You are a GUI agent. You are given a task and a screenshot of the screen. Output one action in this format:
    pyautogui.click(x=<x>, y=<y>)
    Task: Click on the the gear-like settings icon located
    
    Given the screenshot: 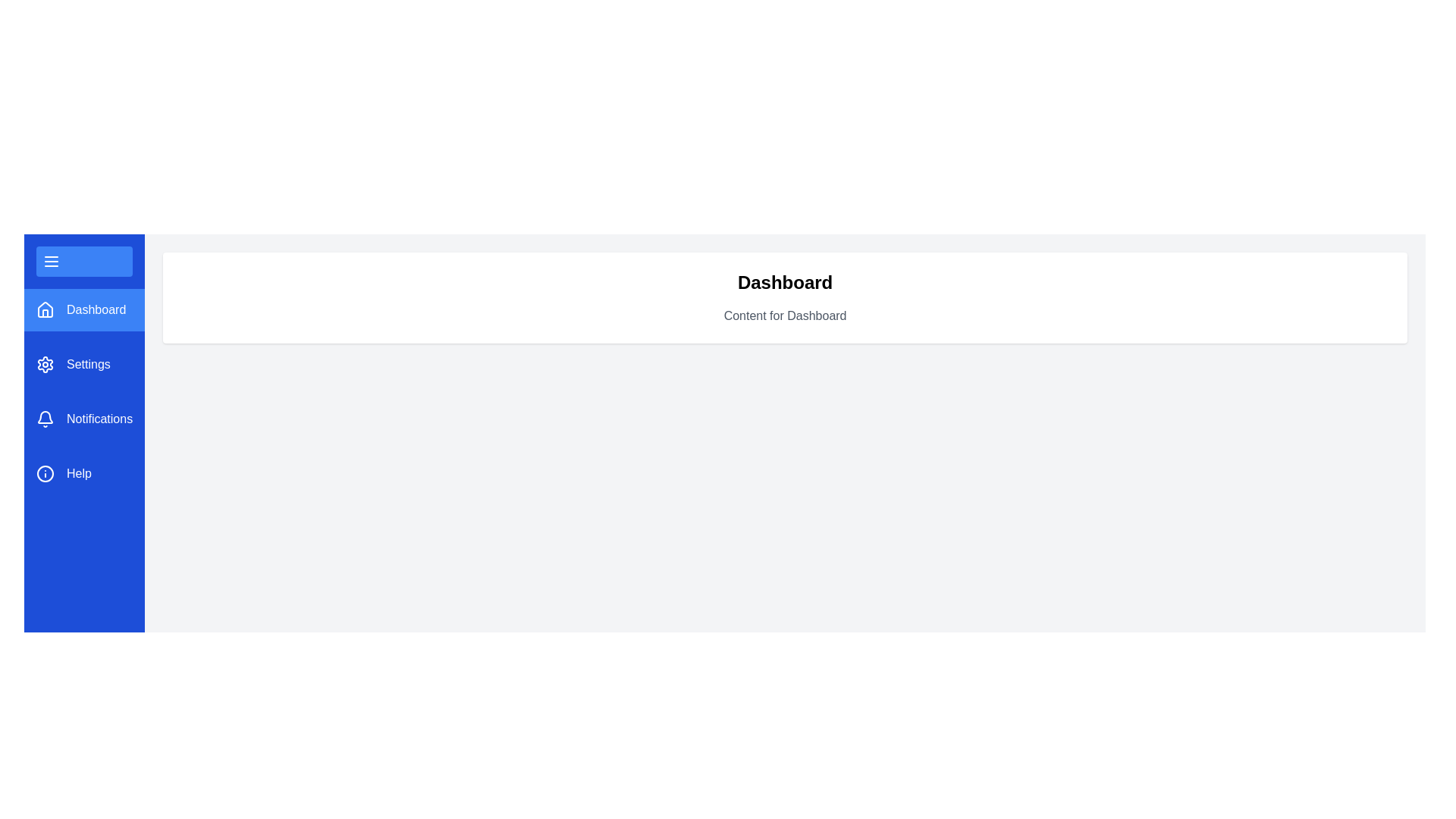 What is the action you would take?
    pyautogui.click(x=45, y=365)
    